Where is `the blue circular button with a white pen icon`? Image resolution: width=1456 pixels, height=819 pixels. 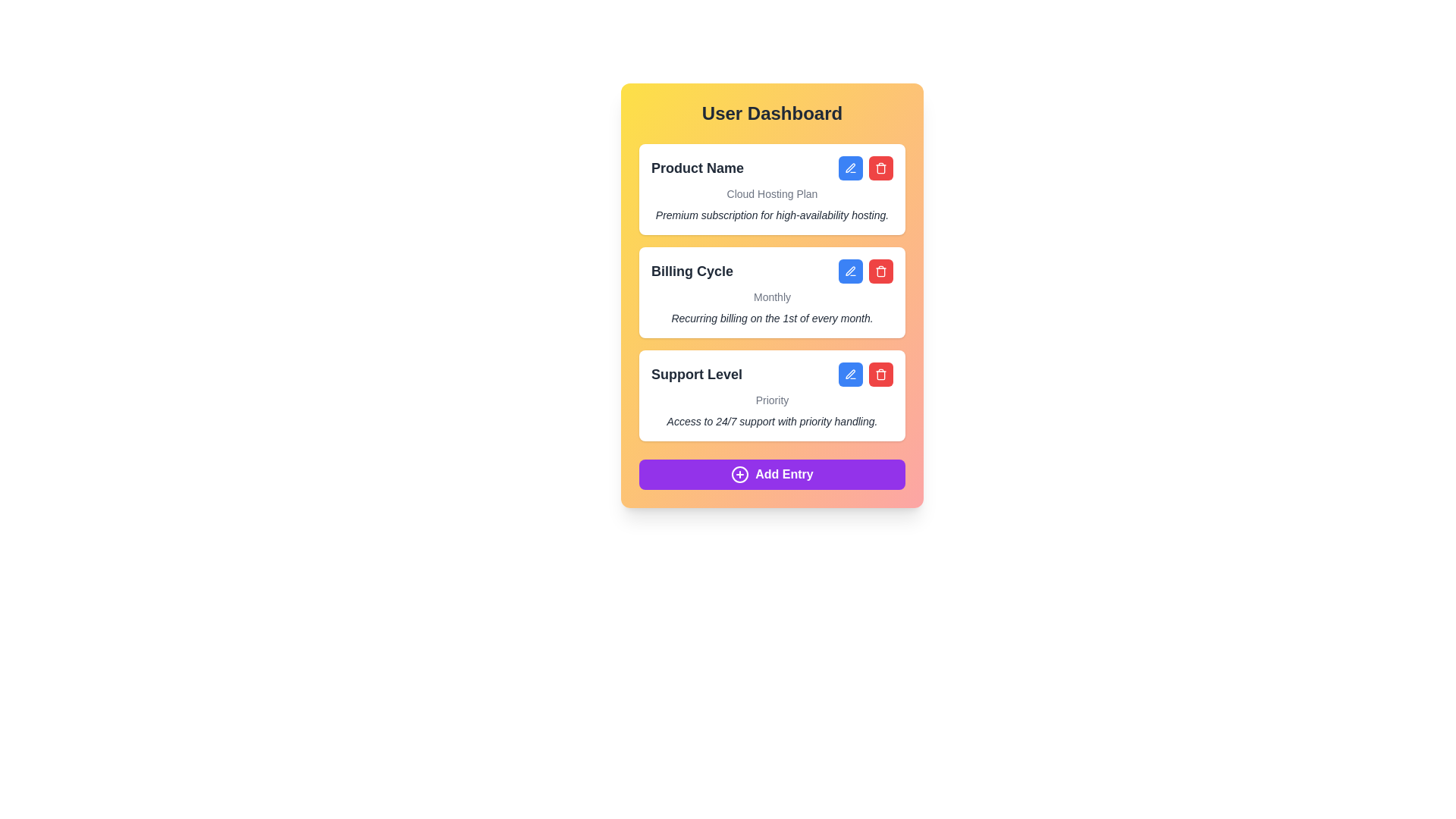
the blue circular button with a white pen icon is located at coordinates (851, 168).